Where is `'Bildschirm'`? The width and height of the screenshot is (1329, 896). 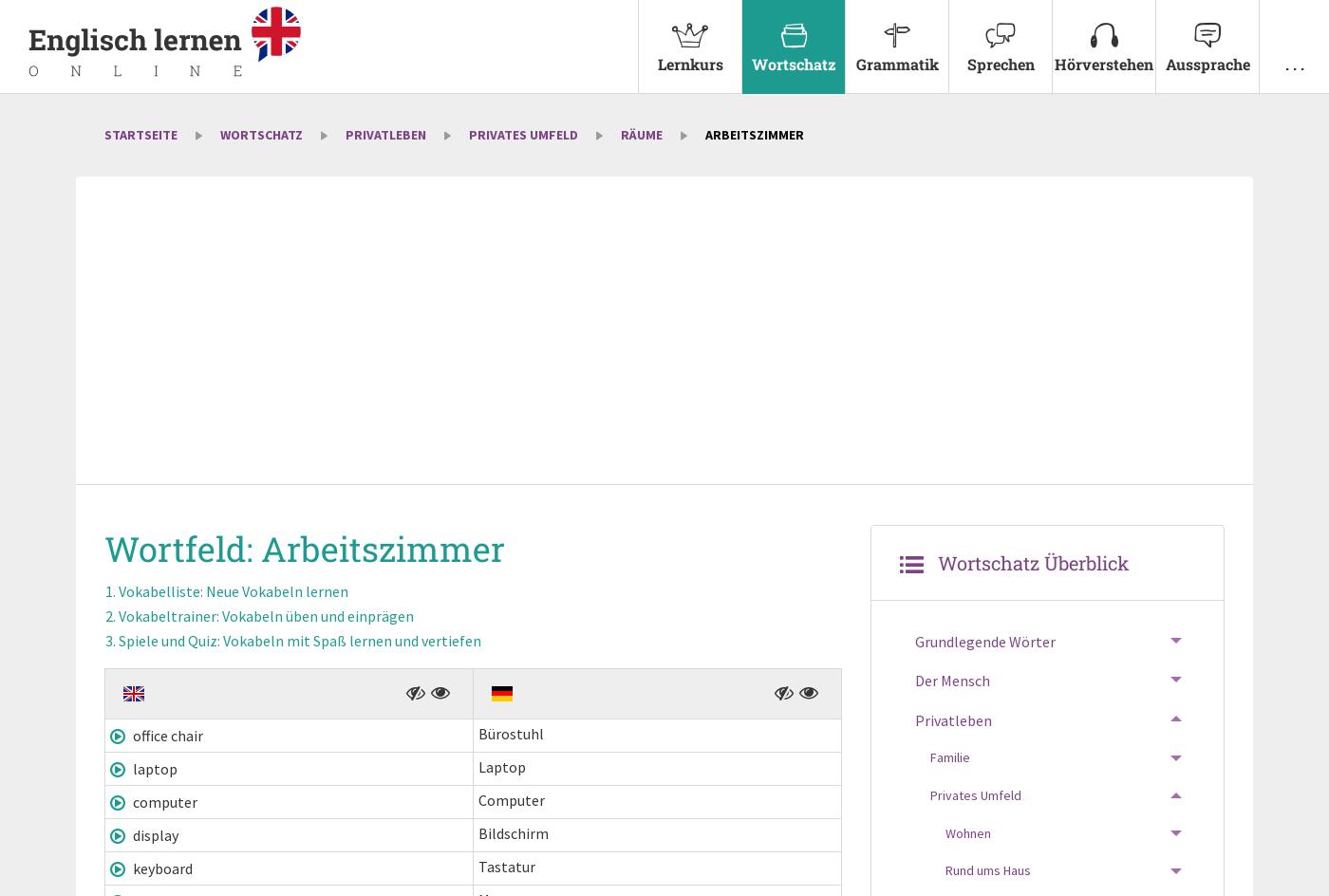
'Bildschirm' is located at coordinates (512, 833).